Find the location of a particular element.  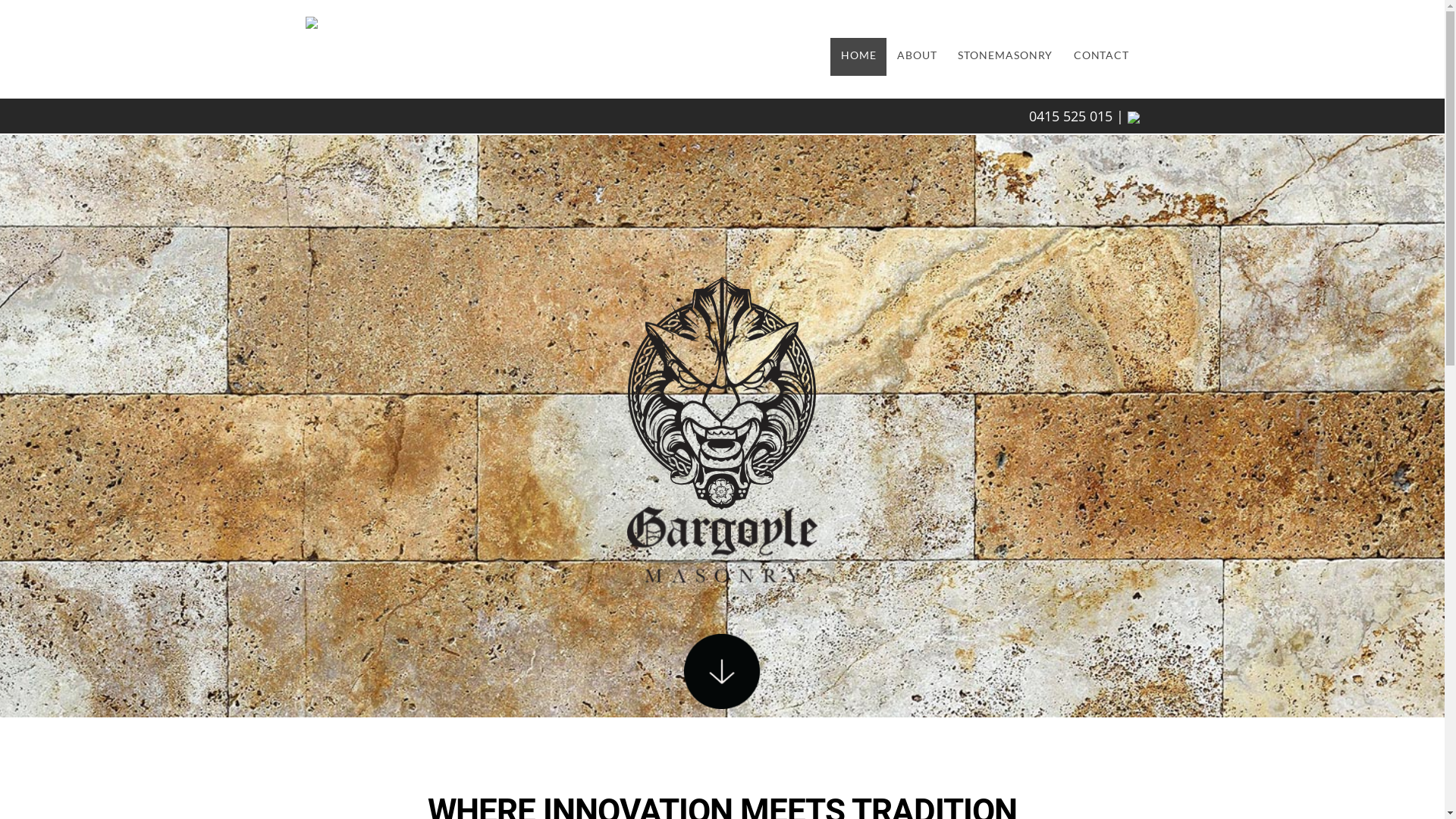

'0415 525 015' is located at coordinates (1069, 115).